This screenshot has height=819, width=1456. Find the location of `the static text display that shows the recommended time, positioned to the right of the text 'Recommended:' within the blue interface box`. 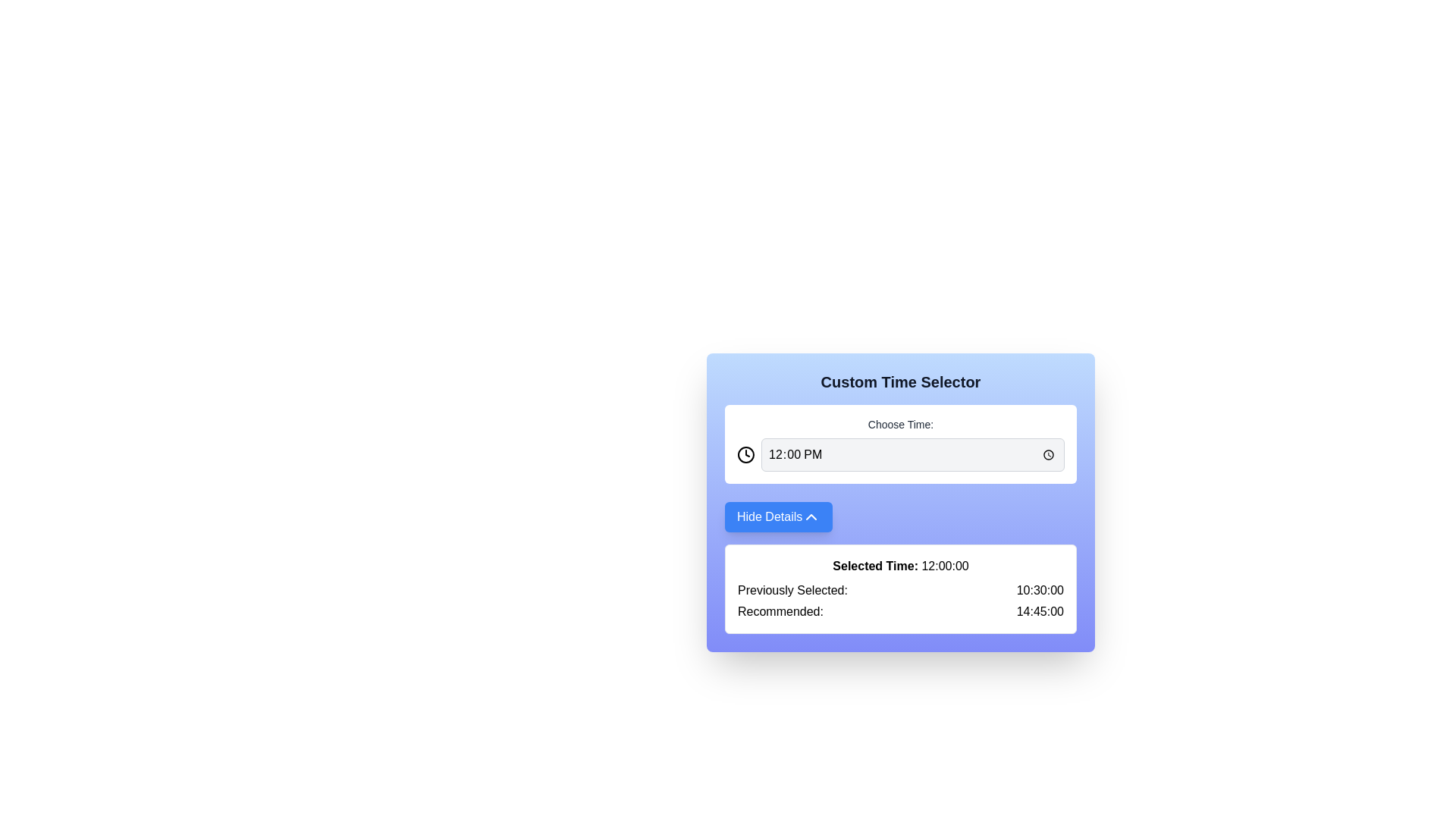

the static text display that shows the recommended time, positioned to the right of the text 'Recommended:' within the blue interface box is located at coordinates (1039, 610).